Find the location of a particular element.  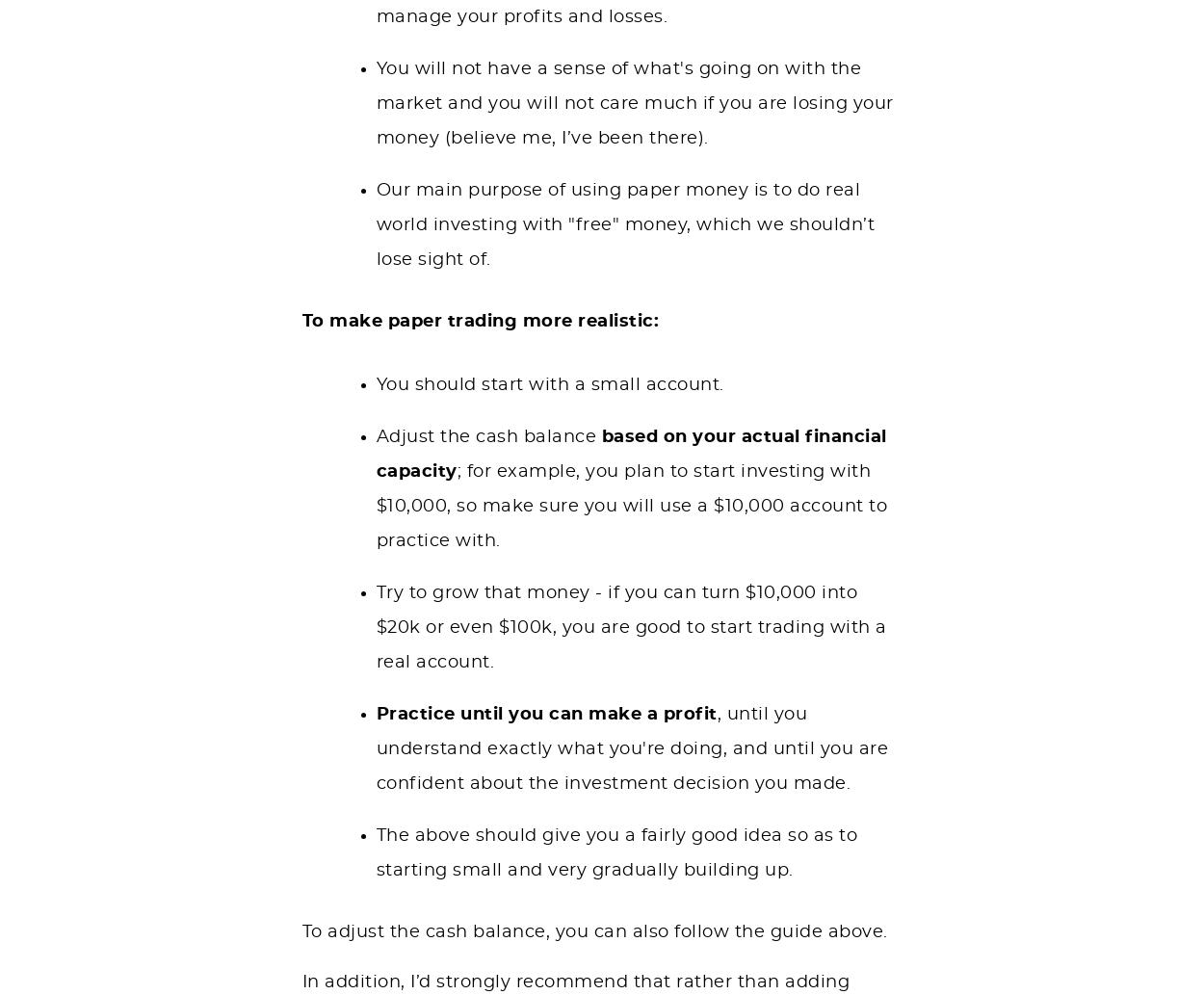

'Practice until you can make a profit' is located at coordinates (545, 713).